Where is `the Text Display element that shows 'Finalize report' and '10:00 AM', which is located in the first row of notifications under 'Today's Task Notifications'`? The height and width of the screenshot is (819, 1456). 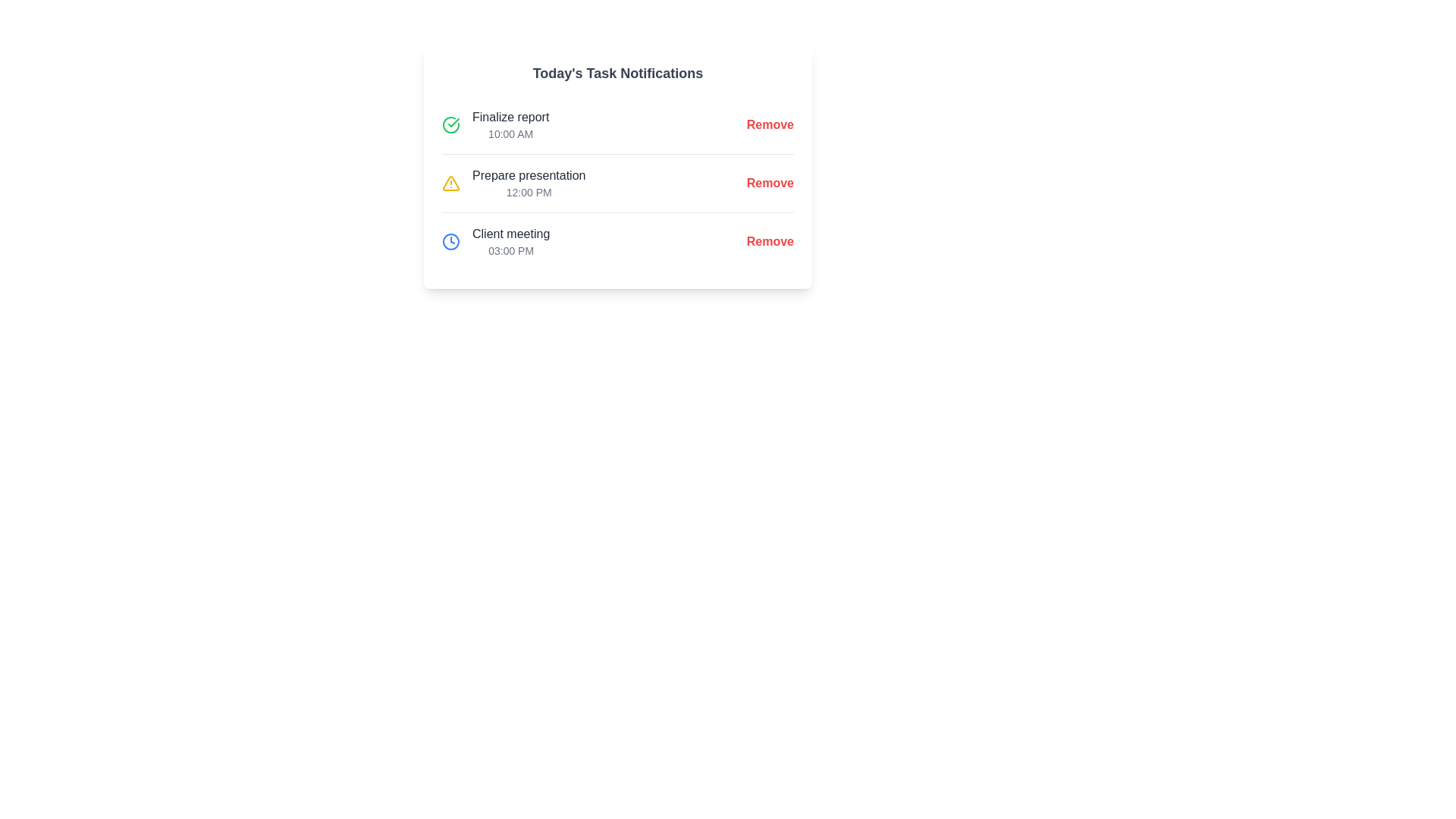
the Text Display element that shows 'Finalize report' and '10:00 AM', which is located in the first row of notifications under 'Today's Task Notifications' is located at coordinates (510, 124).